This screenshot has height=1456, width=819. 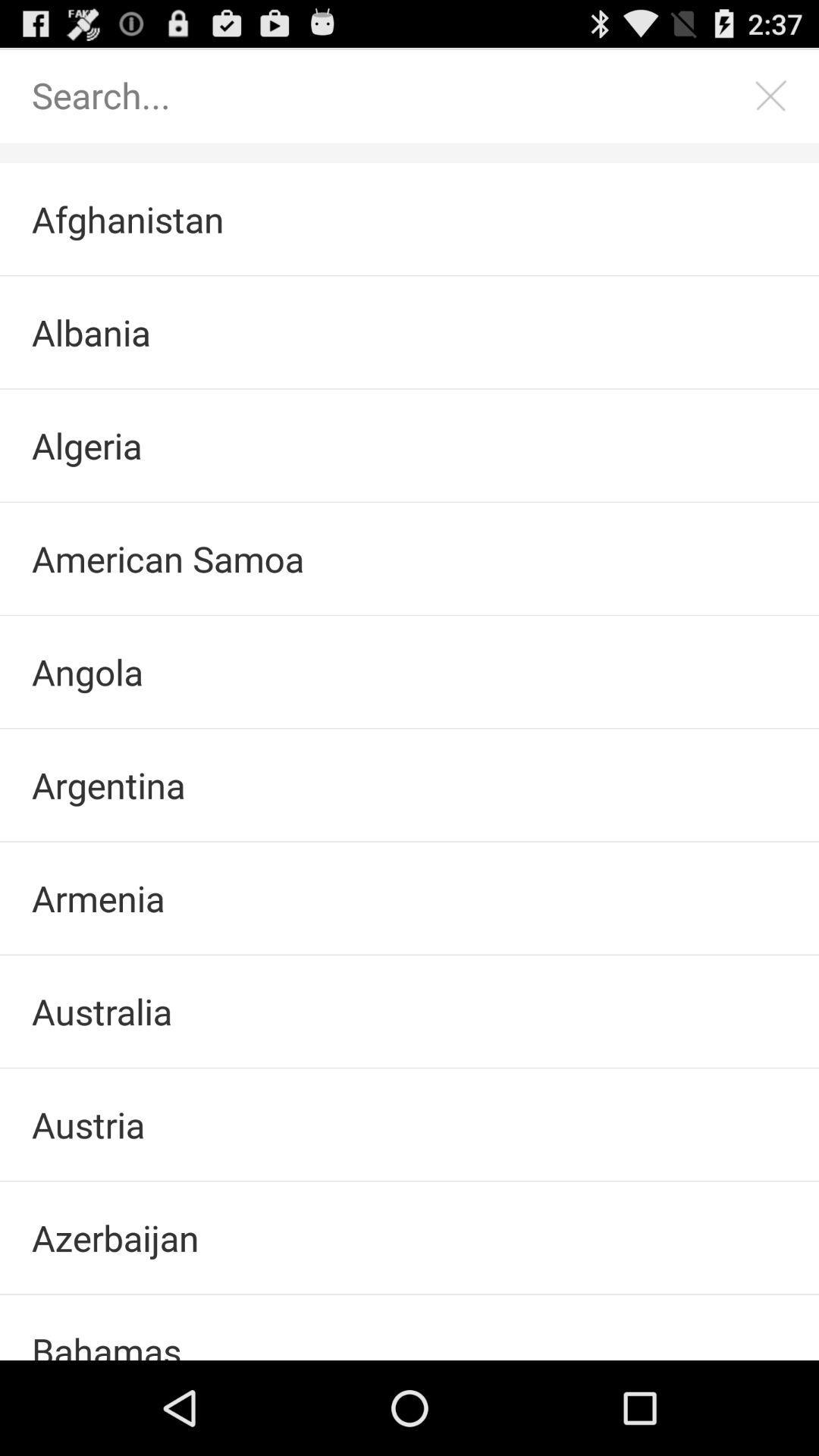 What do you see at coordinates (409, 557) in the screenshot?
I see `the icon below algeria icon` at bounding box center [409, 557].